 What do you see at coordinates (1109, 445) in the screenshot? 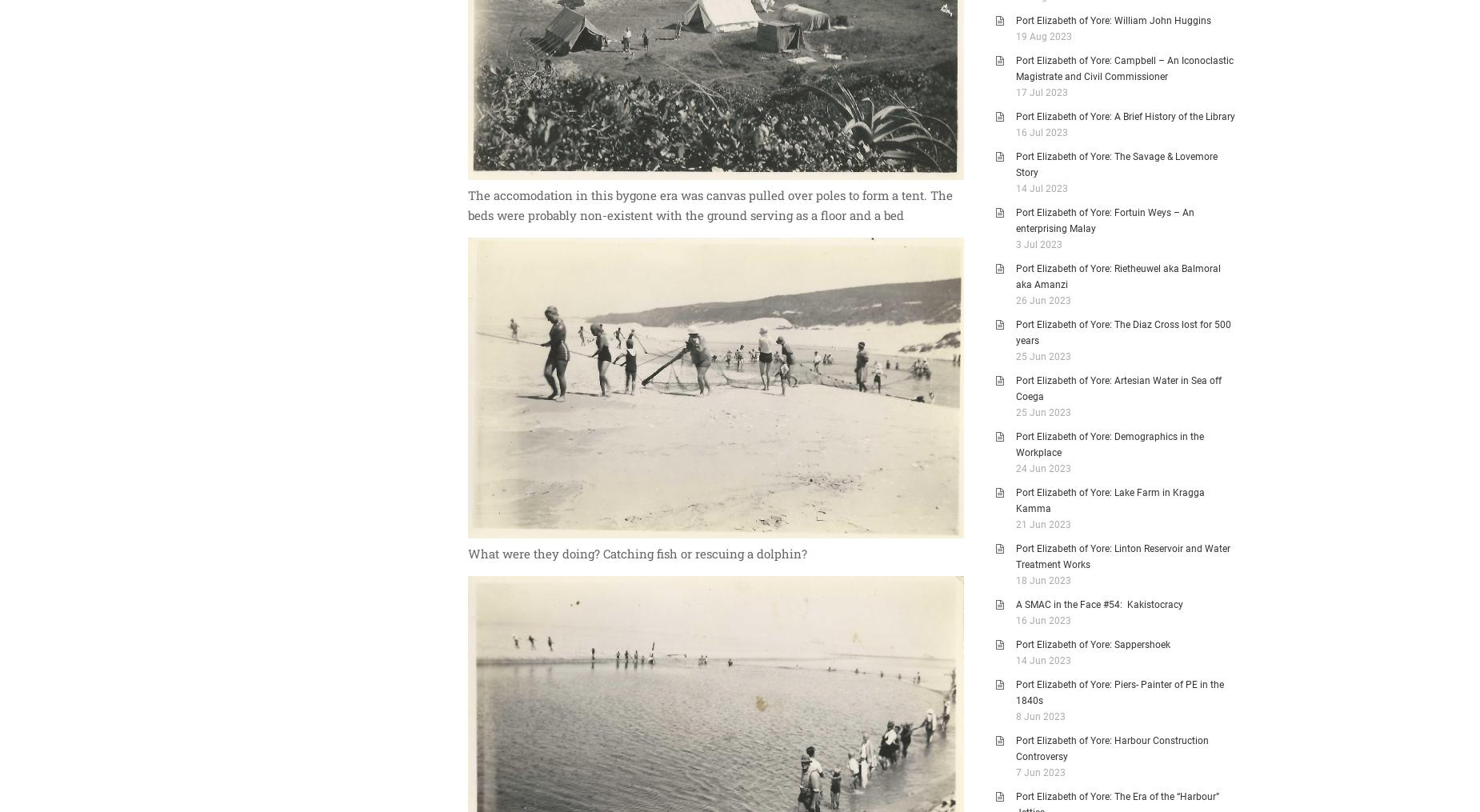
I see `'Port Elizabeth of Yore: Demographics in the Workplace'` at bounding box center [1109, 445].